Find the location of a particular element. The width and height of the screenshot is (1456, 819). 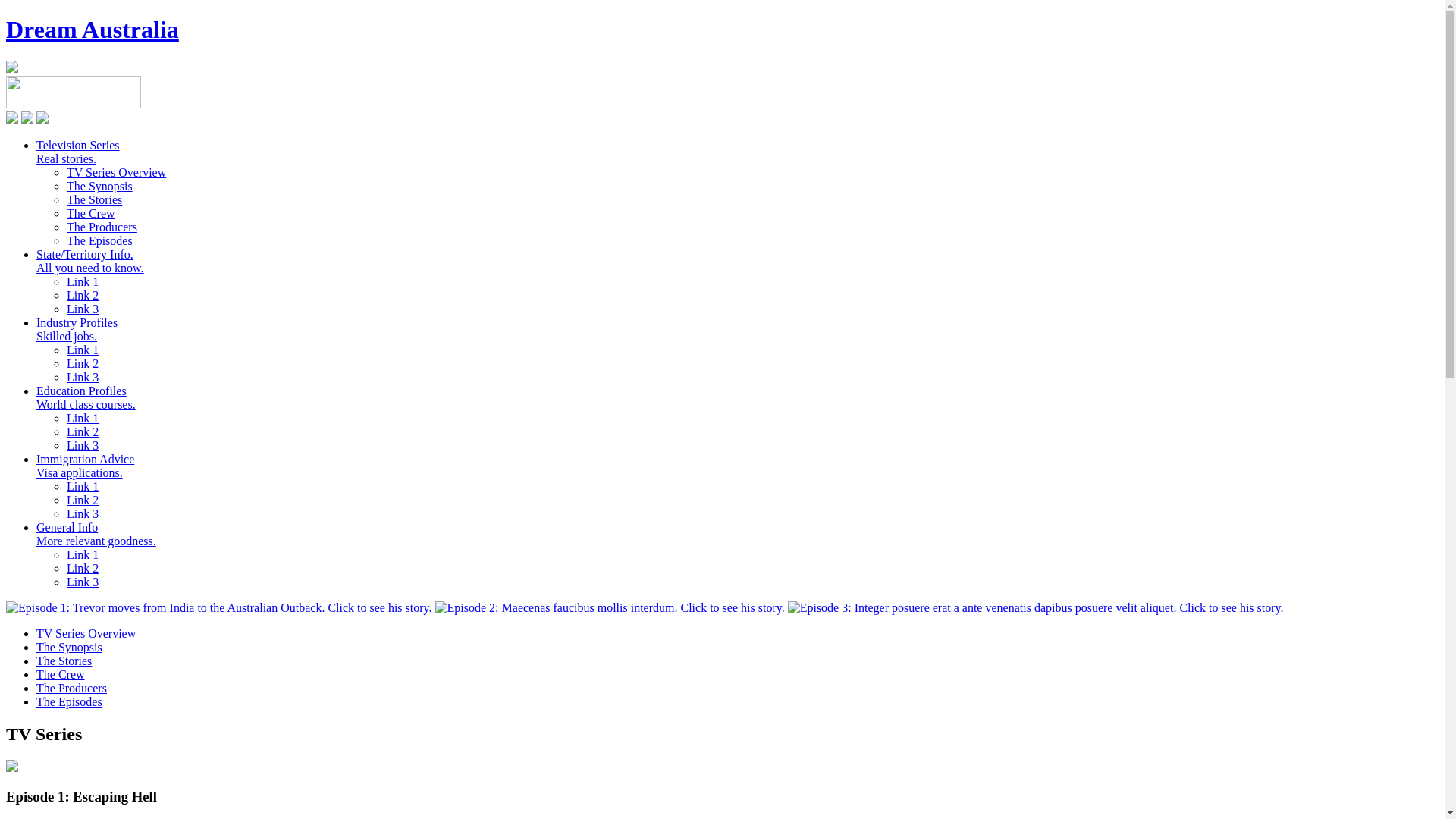

'Link 1' is located at coordinates (82, 418).